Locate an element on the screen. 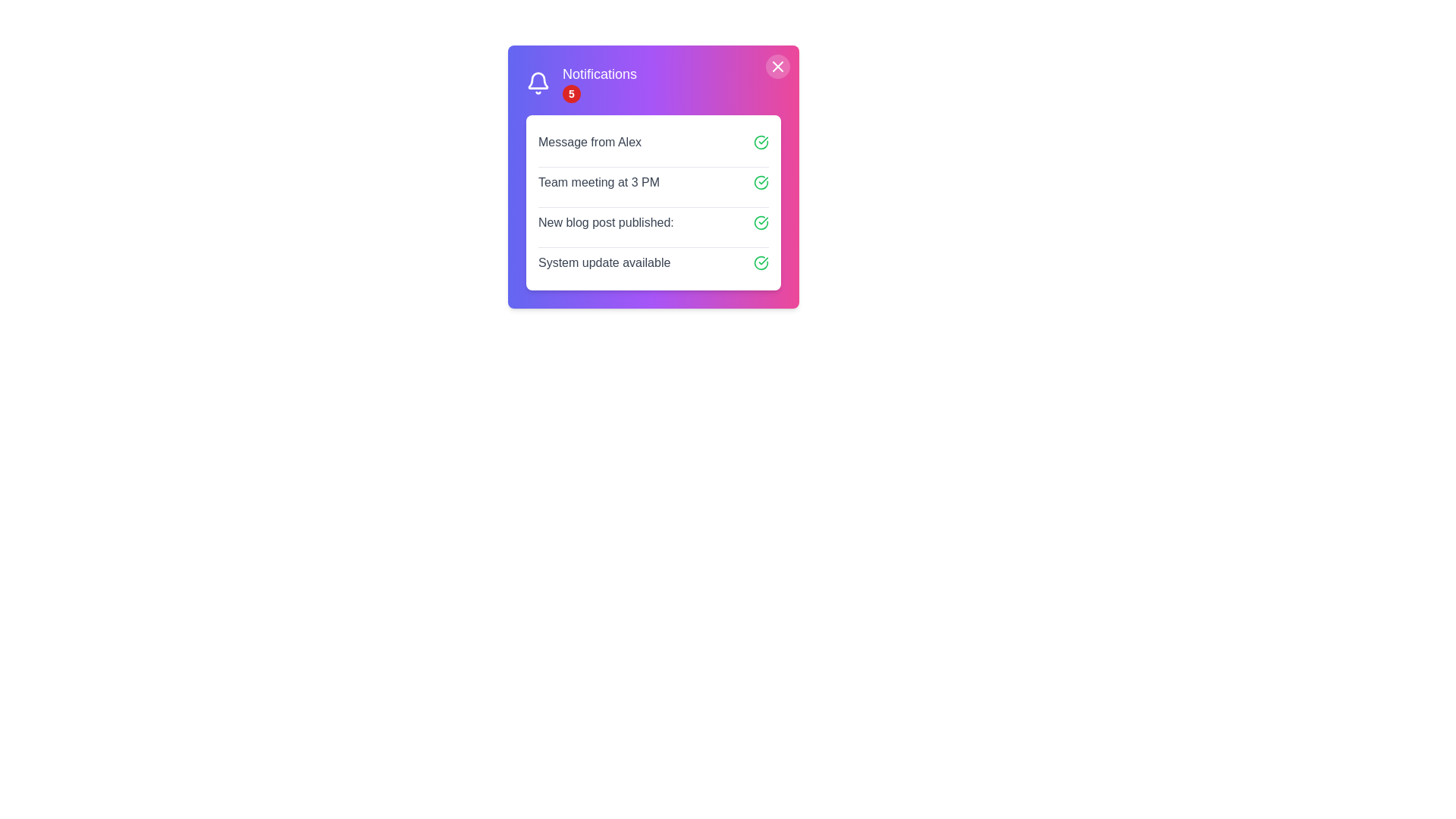 This screenshot has width=1456, height=819. the green circular icon with a checkmark located at the right end of the entry row labeled 'New blog post published:' in the notification panel is located at coordinates (761, 222).